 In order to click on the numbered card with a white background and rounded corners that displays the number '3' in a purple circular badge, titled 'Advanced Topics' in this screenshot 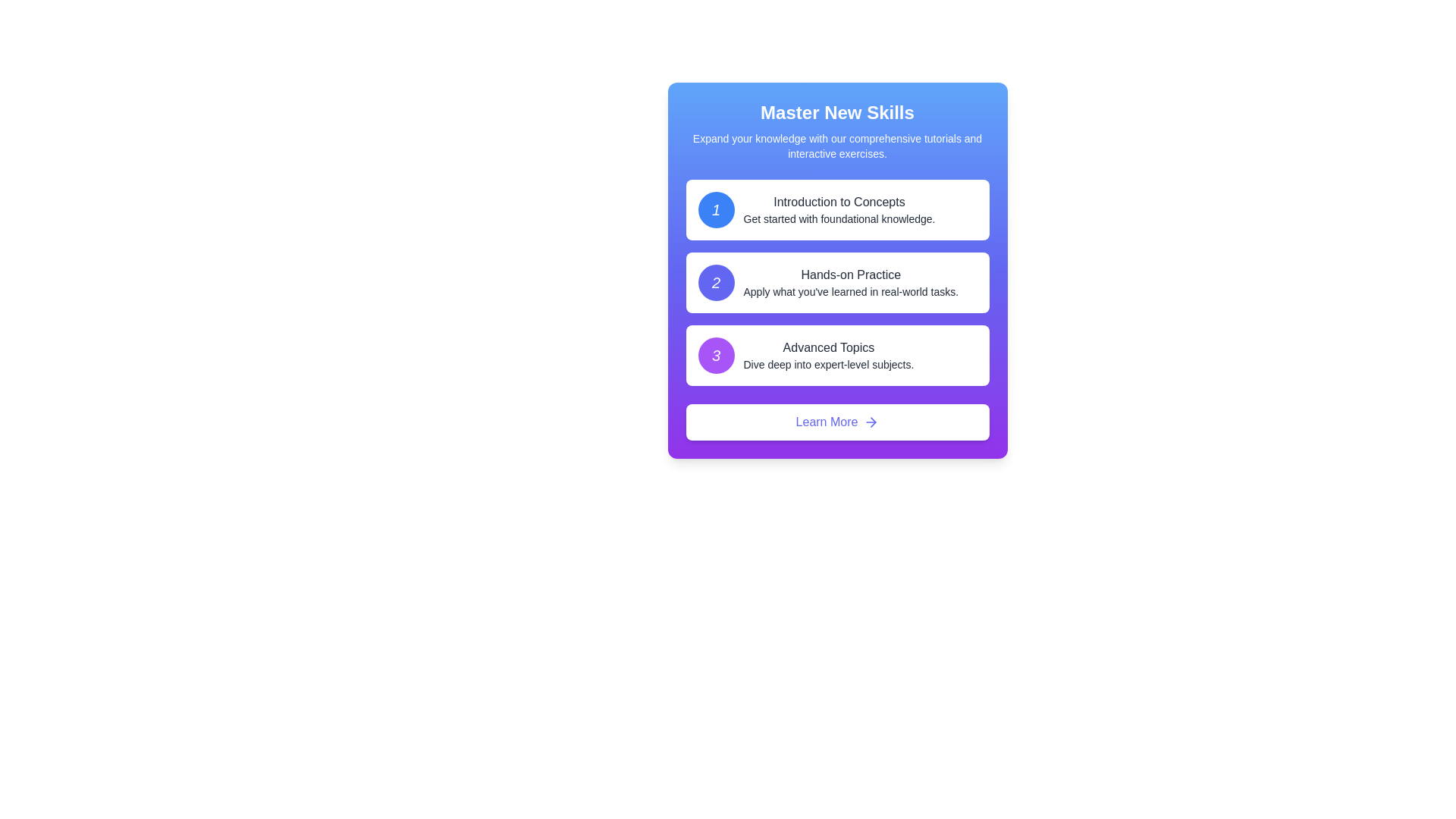, I will do `click(836, 356)`.